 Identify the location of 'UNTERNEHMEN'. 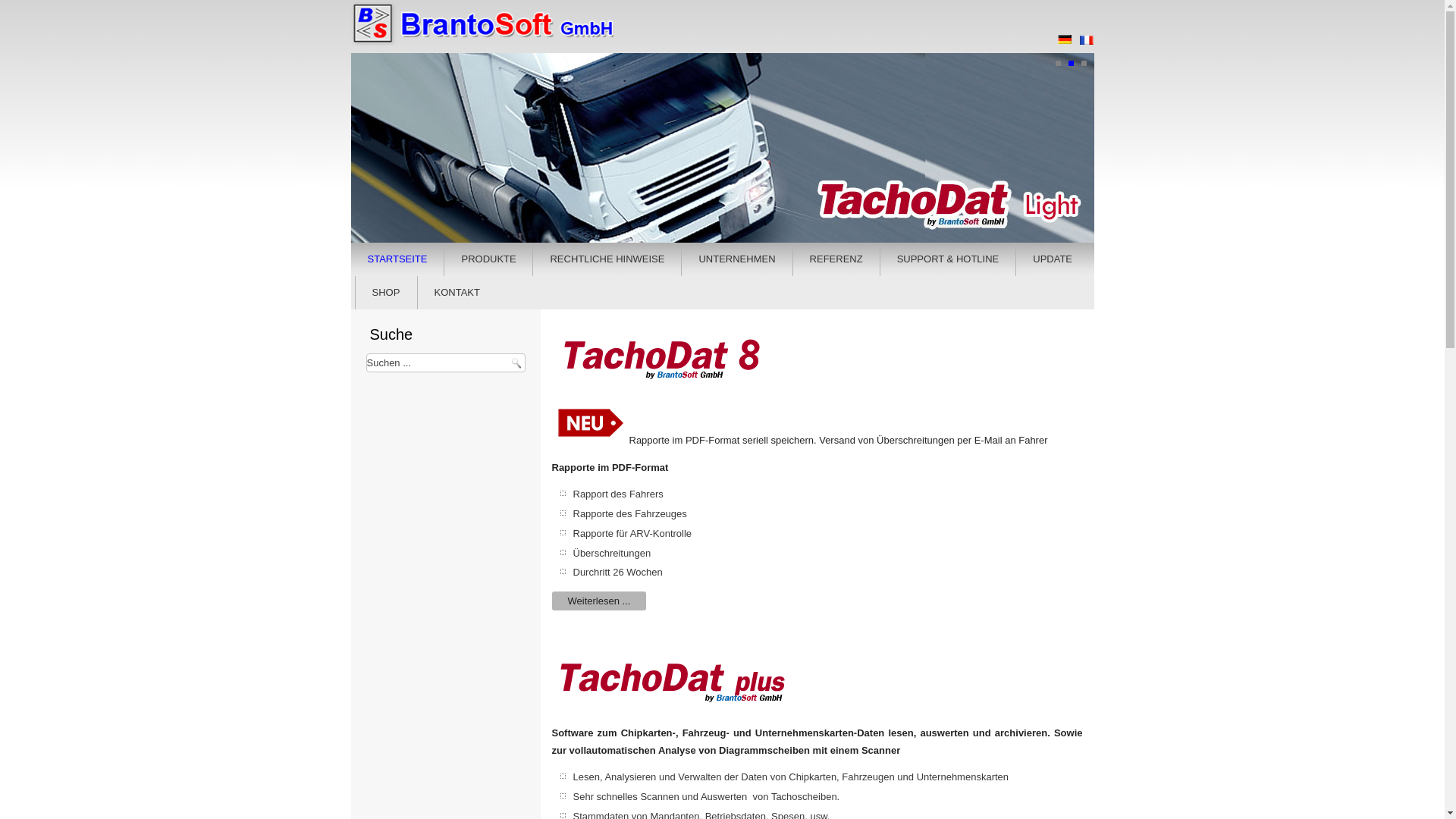
(684, 259).